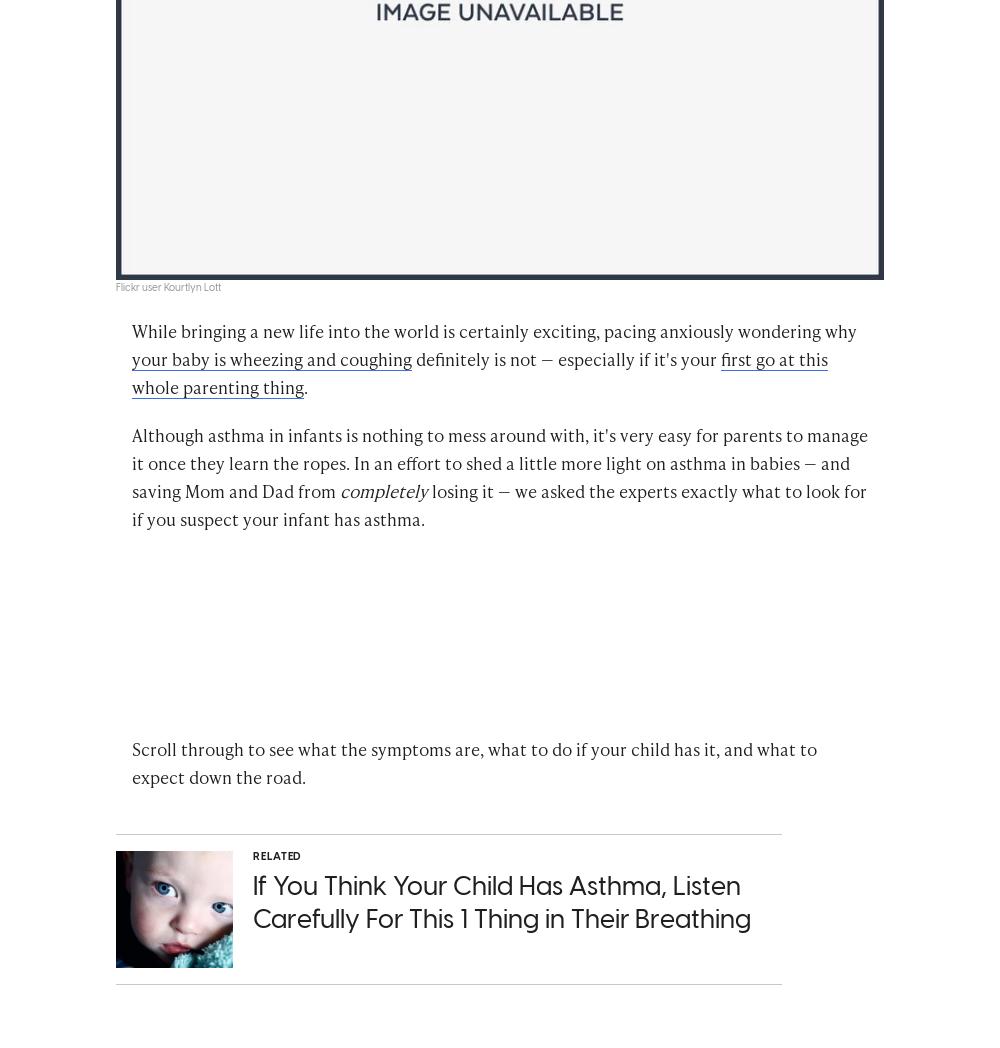 Image resolution: width=1000 pixels, height=1048 pixels. I want to click on 'completely', so click(384, 493).